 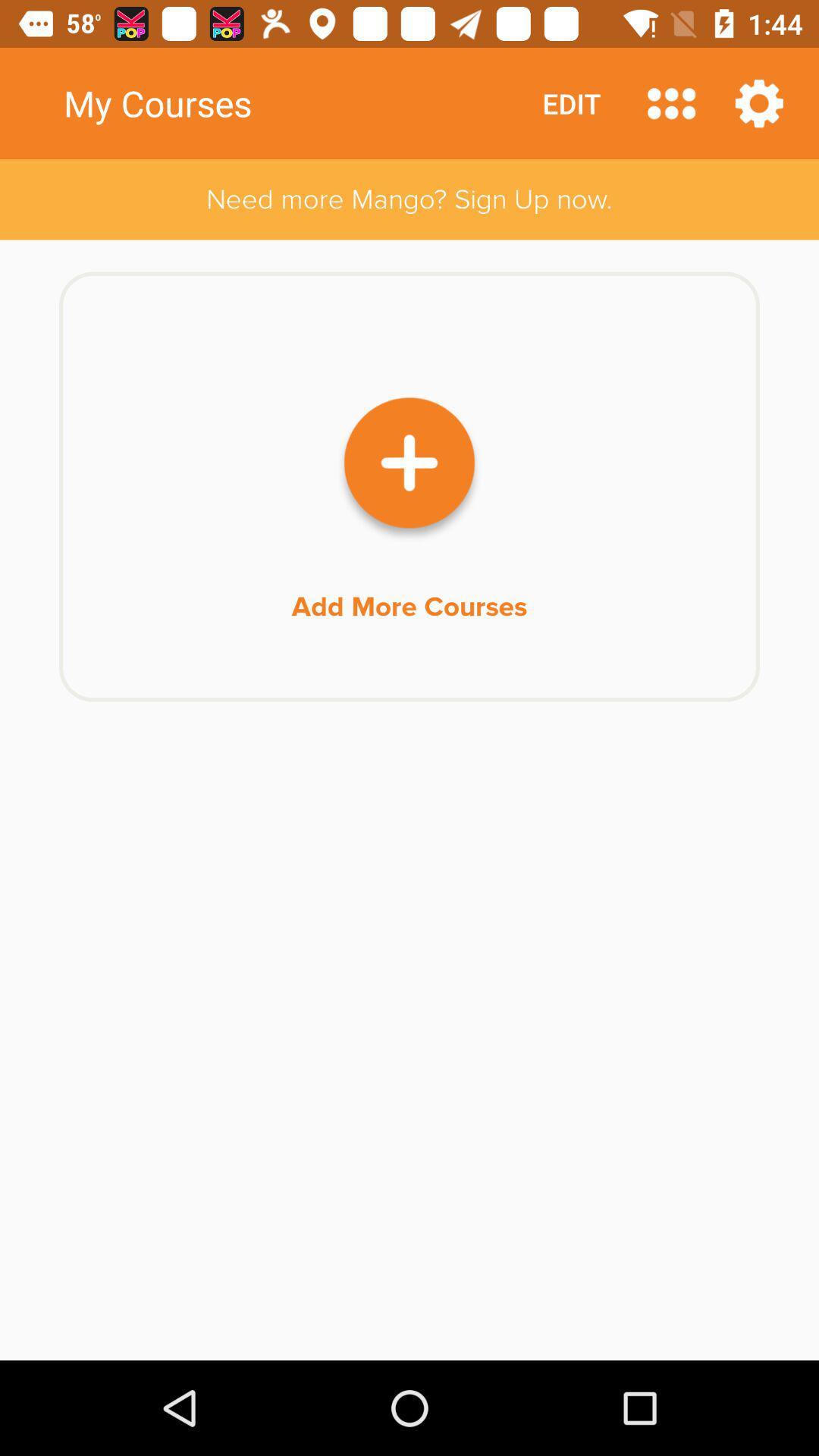 I want to click on settings button, so click(x=759, y=102).